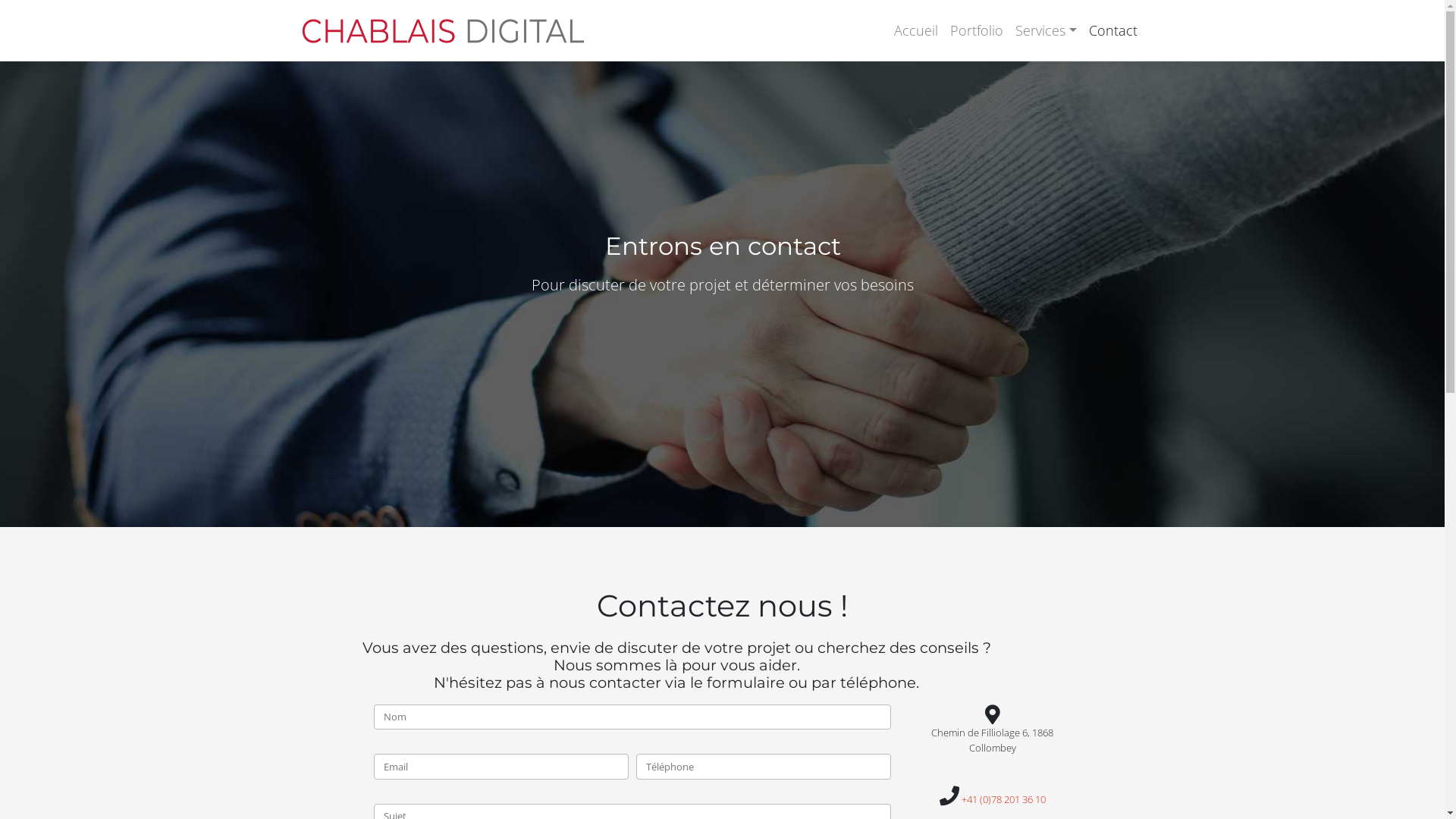 The image size is (1456, 819). I want to click on 'Contact', so click(1113, 30).